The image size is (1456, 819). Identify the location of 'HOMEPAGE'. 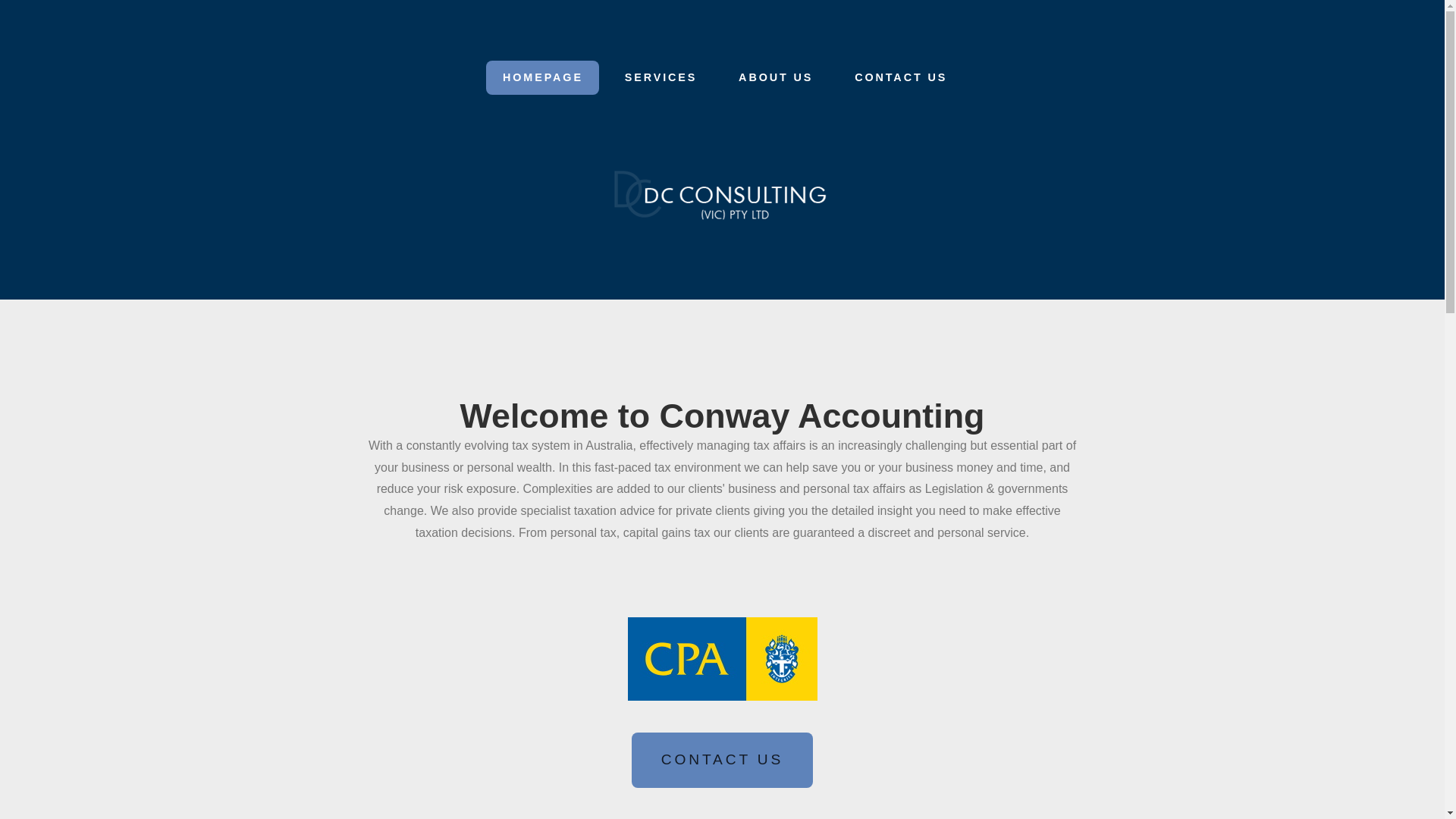
(542, 77).